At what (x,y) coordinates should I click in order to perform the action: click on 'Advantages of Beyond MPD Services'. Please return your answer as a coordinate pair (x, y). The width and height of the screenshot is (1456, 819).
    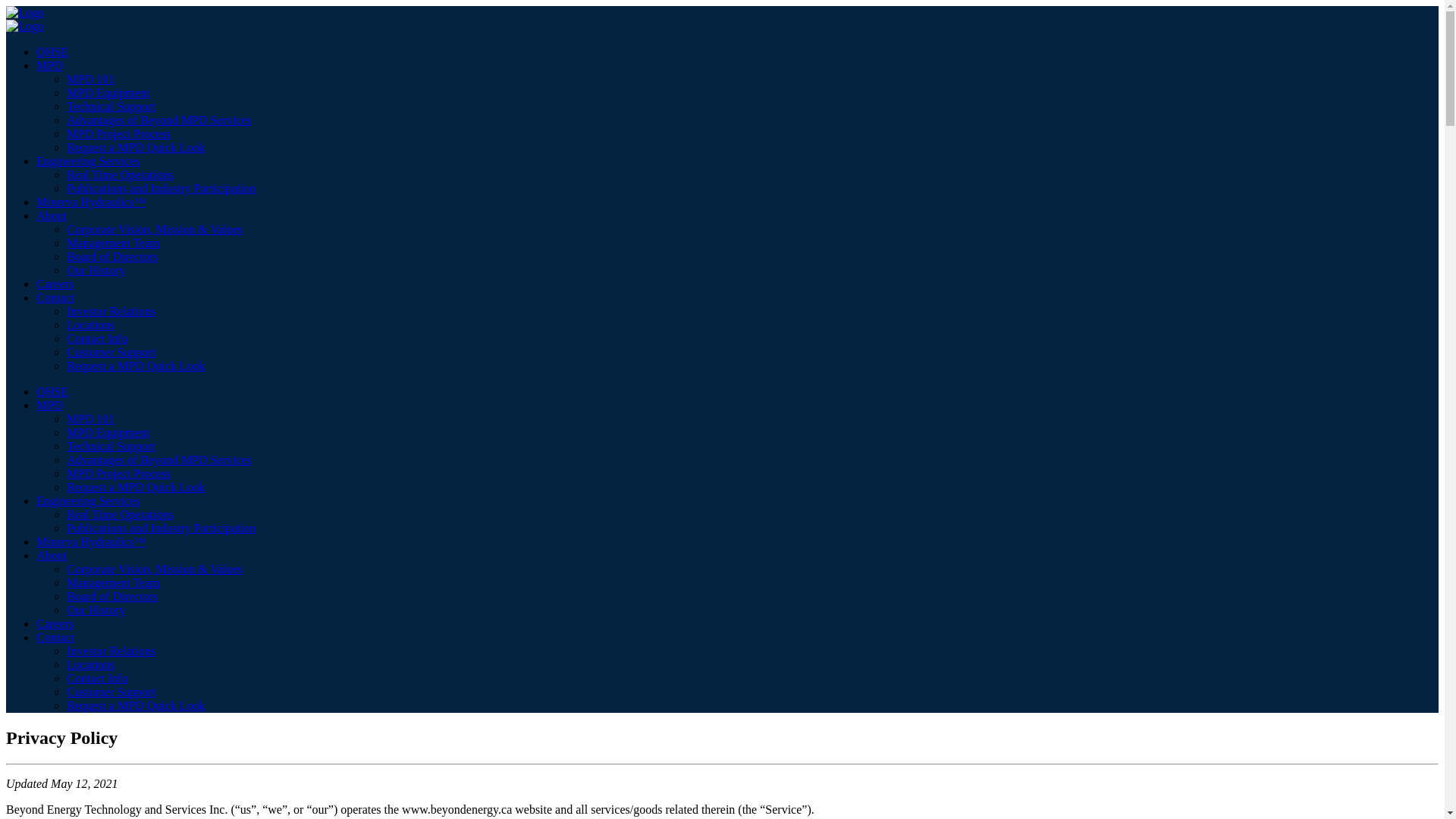
    Looking at the image, I should click on (159, 459).